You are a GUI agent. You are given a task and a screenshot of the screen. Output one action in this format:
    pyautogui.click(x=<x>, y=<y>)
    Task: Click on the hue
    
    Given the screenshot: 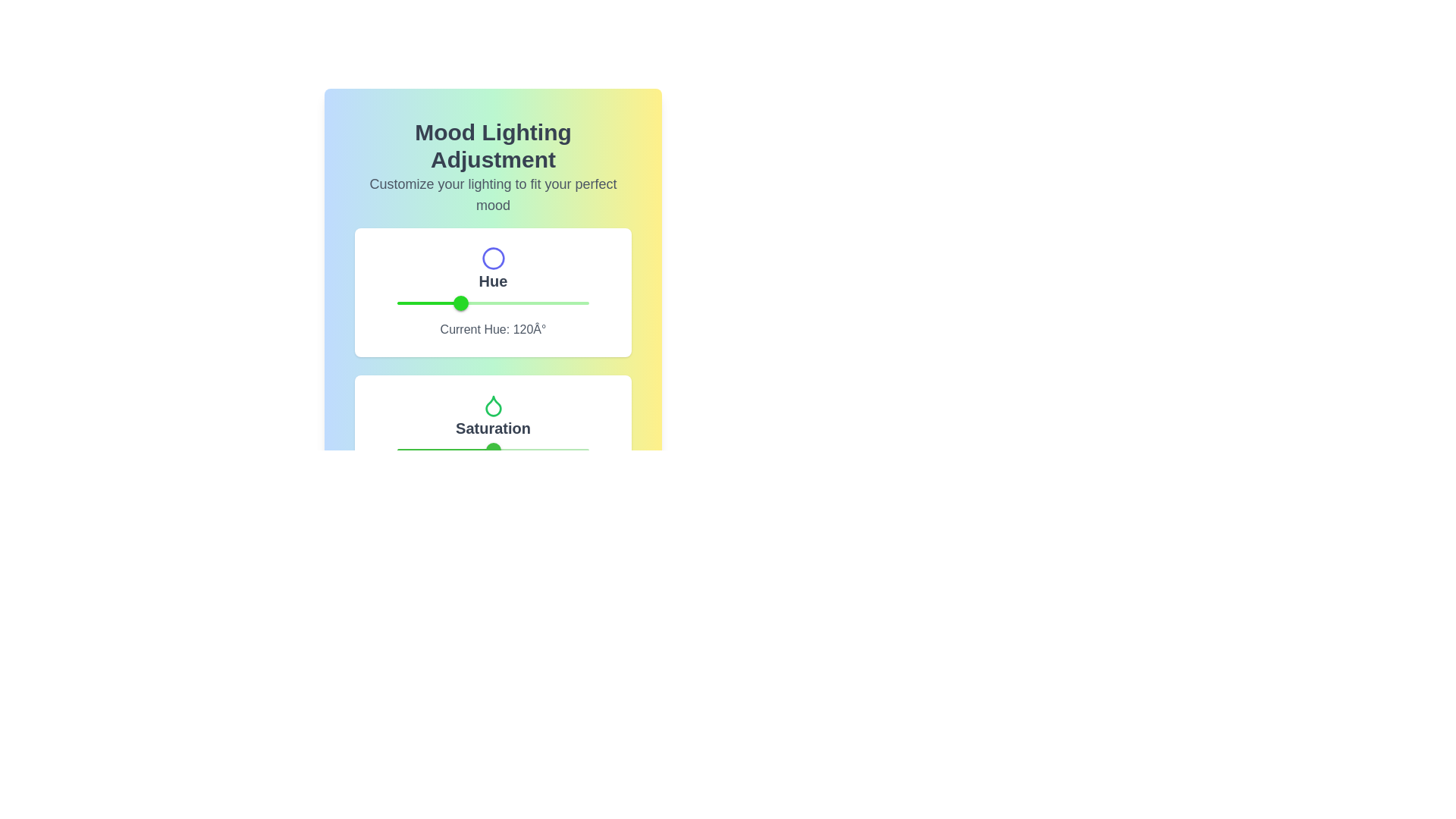 What is the action you would take?
    pyautogui.click(x=466, y=303)
    